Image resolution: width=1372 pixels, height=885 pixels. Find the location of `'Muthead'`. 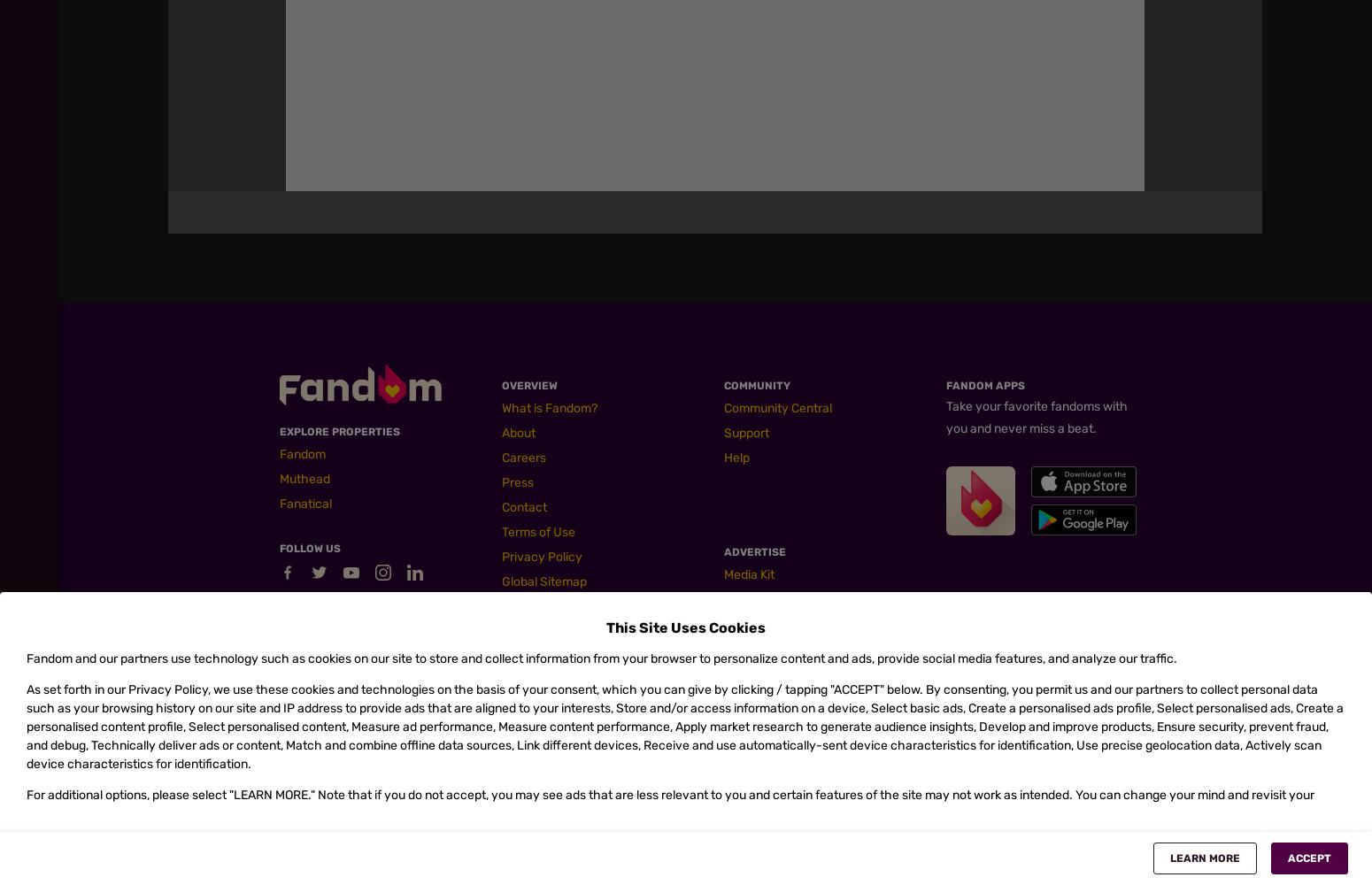

'Muthead' is located at coordinates (304, 479).